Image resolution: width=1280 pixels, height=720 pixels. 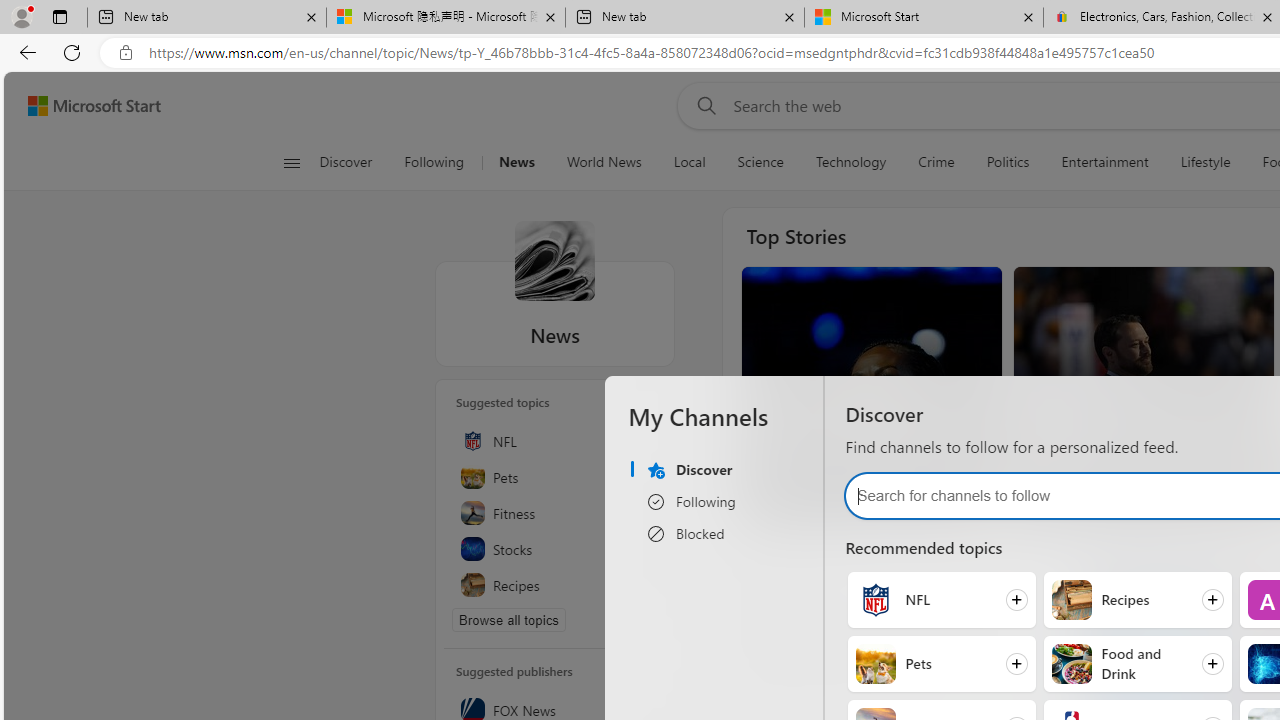 I want to click on 'Food and Drink', so click(x=1070, y=663).